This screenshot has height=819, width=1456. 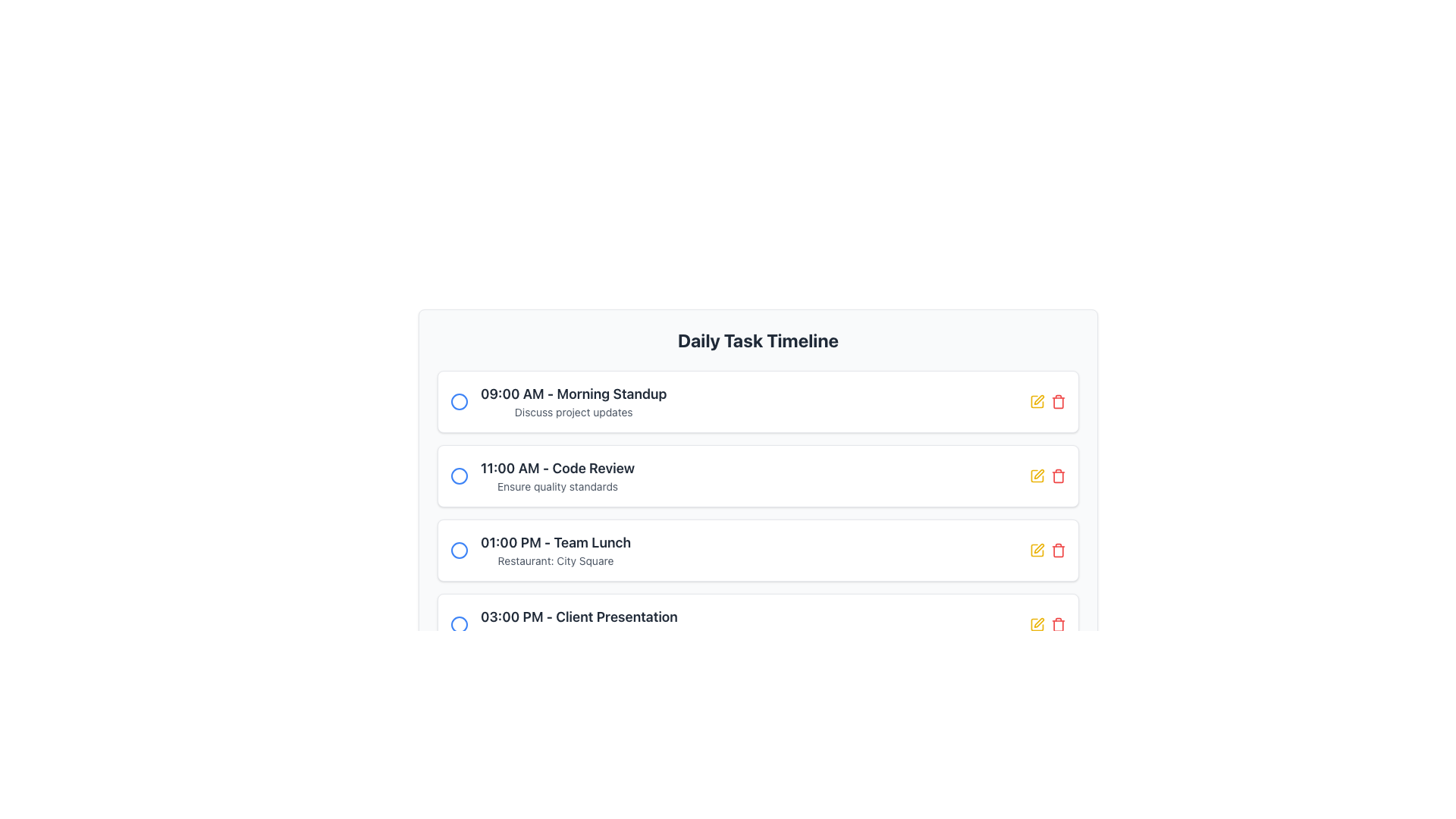 I want to click on the circular marker indicating the third entry in the list associated with '01:00 PM - Team Lunch' and 'Restaurant: City Square', so click(x=458, y=550).